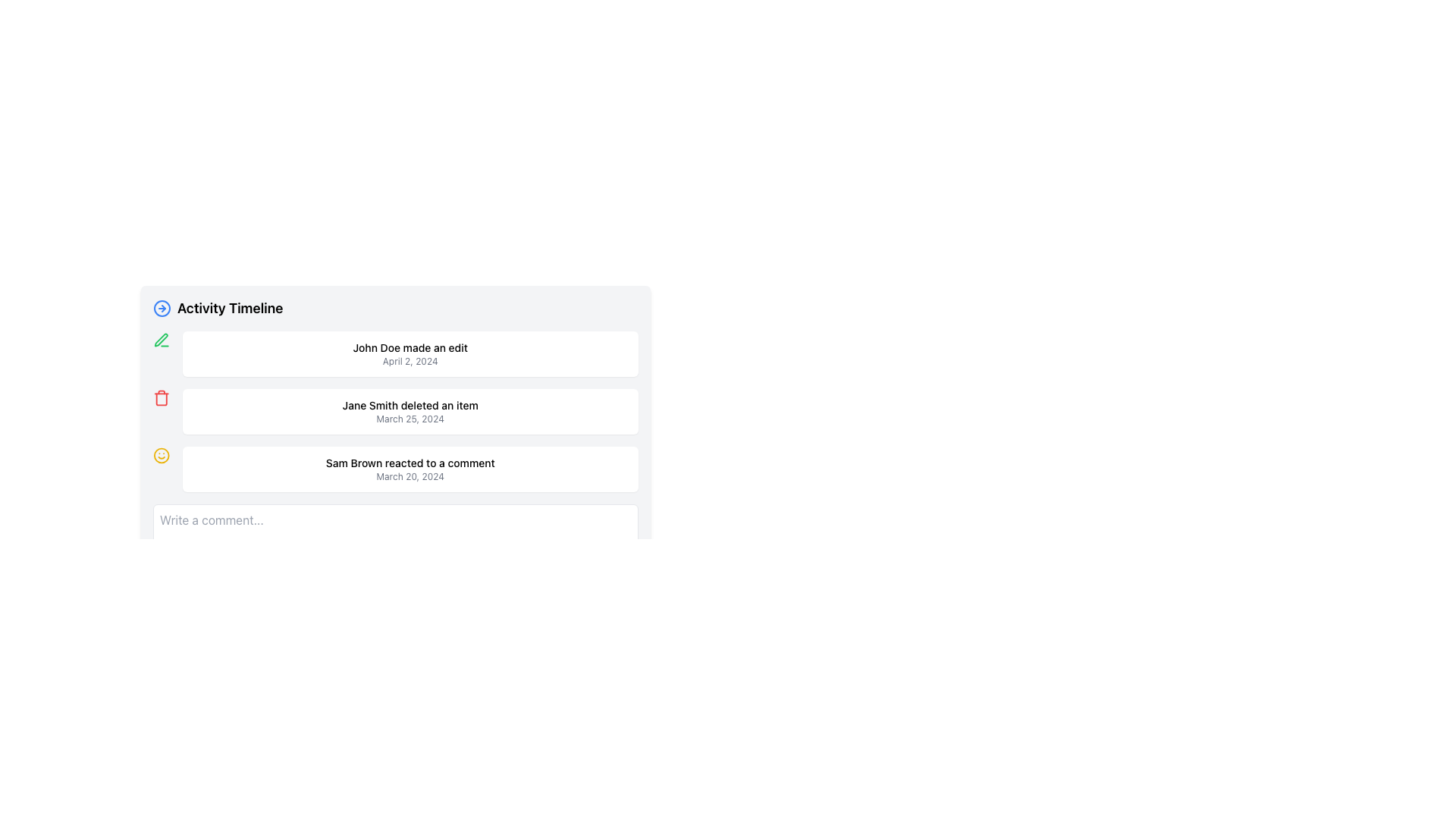 The height and width of the screenshot is (819, 1456). I want to click on information from the third Activity log entry in the 'Activity Timeline' section, which shows 'Sam Brown reacted to a comment' and the timestamp 'March 20, 2024', so click(410, 468).